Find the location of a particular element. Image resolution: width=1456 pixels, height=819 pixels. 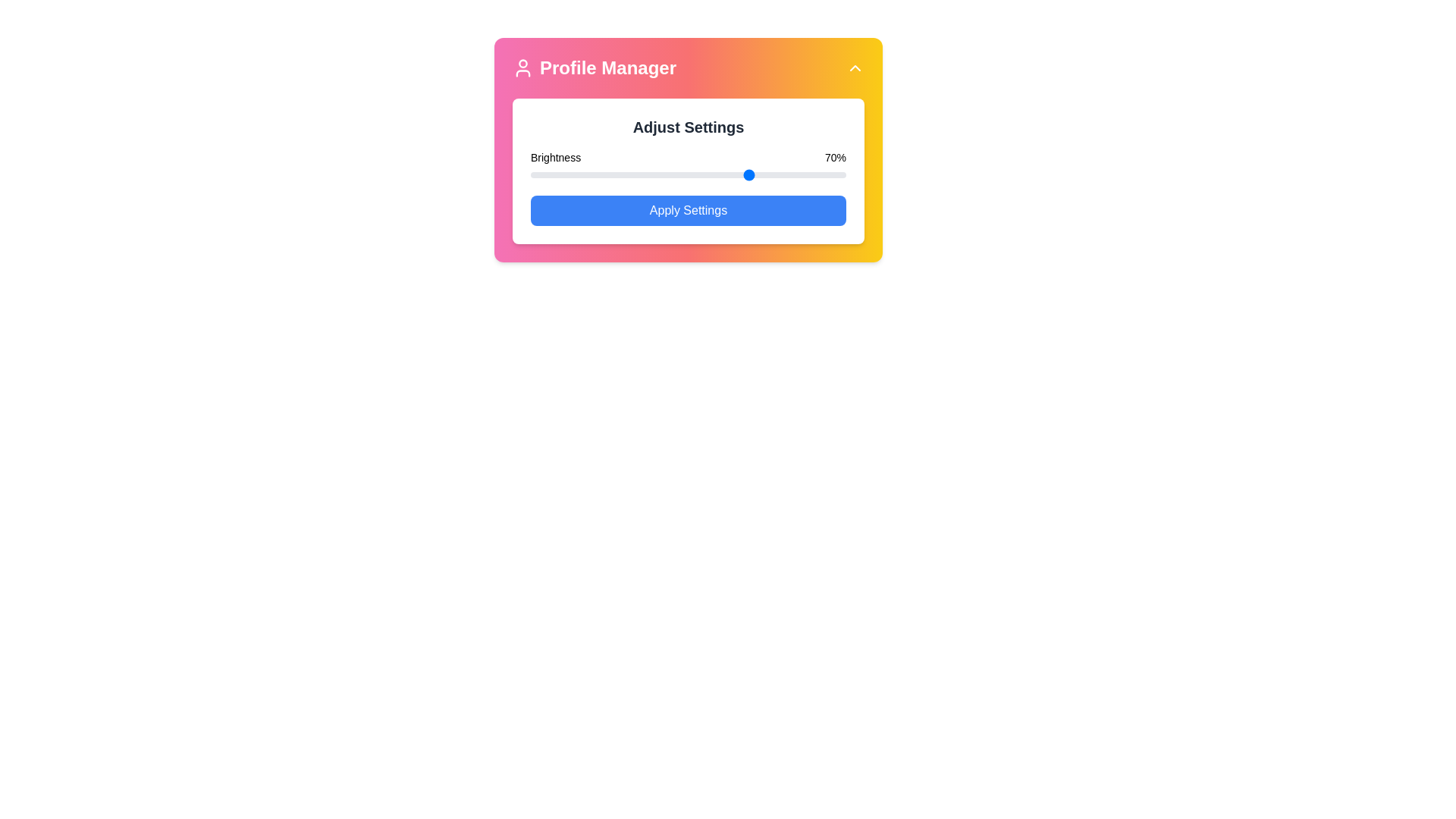

the user profile icon located at the top-left corner of the Profile Manager section for accessibility purposes is located at coordinates (523, 67).